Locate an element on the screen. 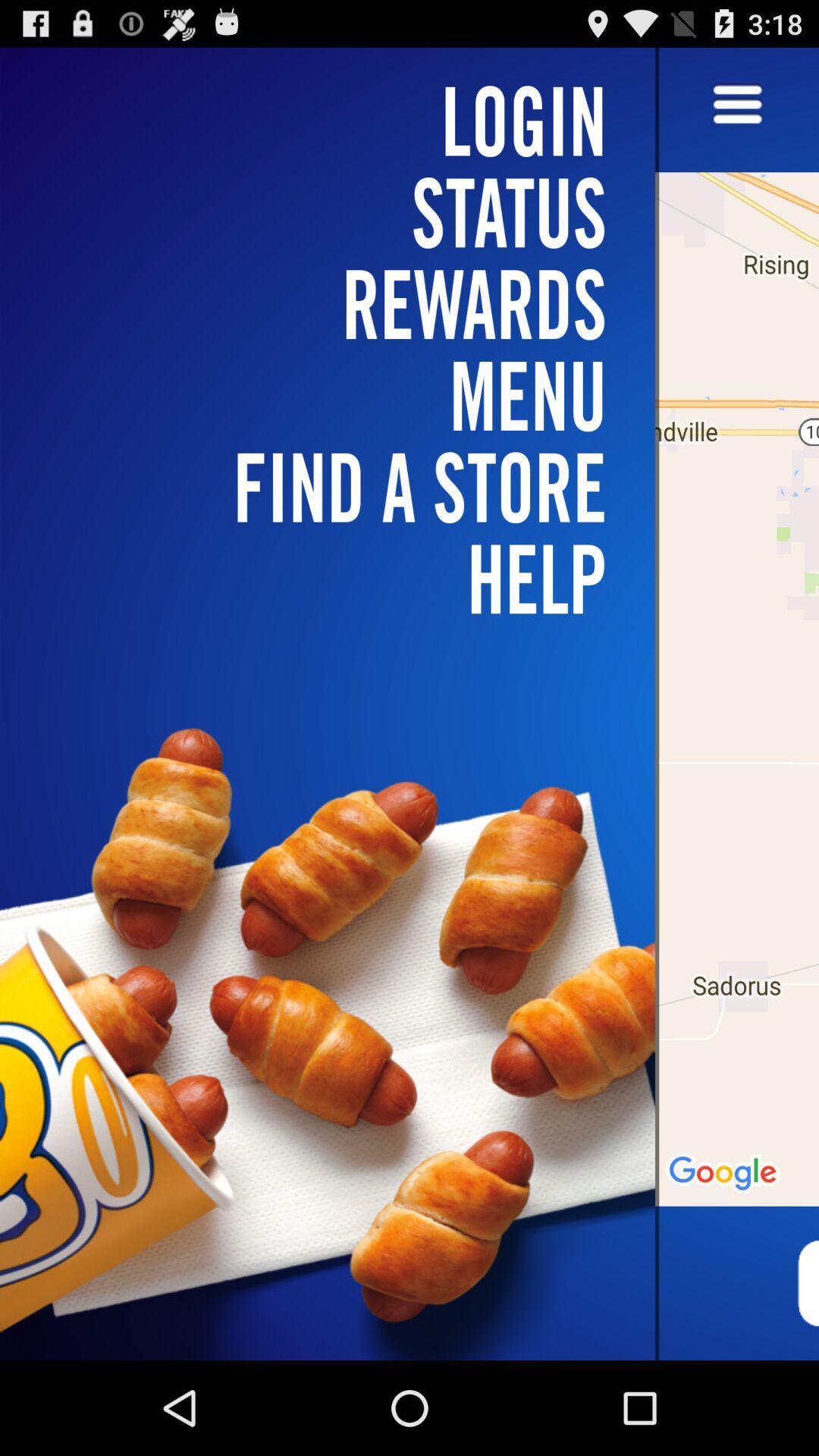 This screenshot has height=1456, width=819. the item below login item is located at coordinates (336, 303).